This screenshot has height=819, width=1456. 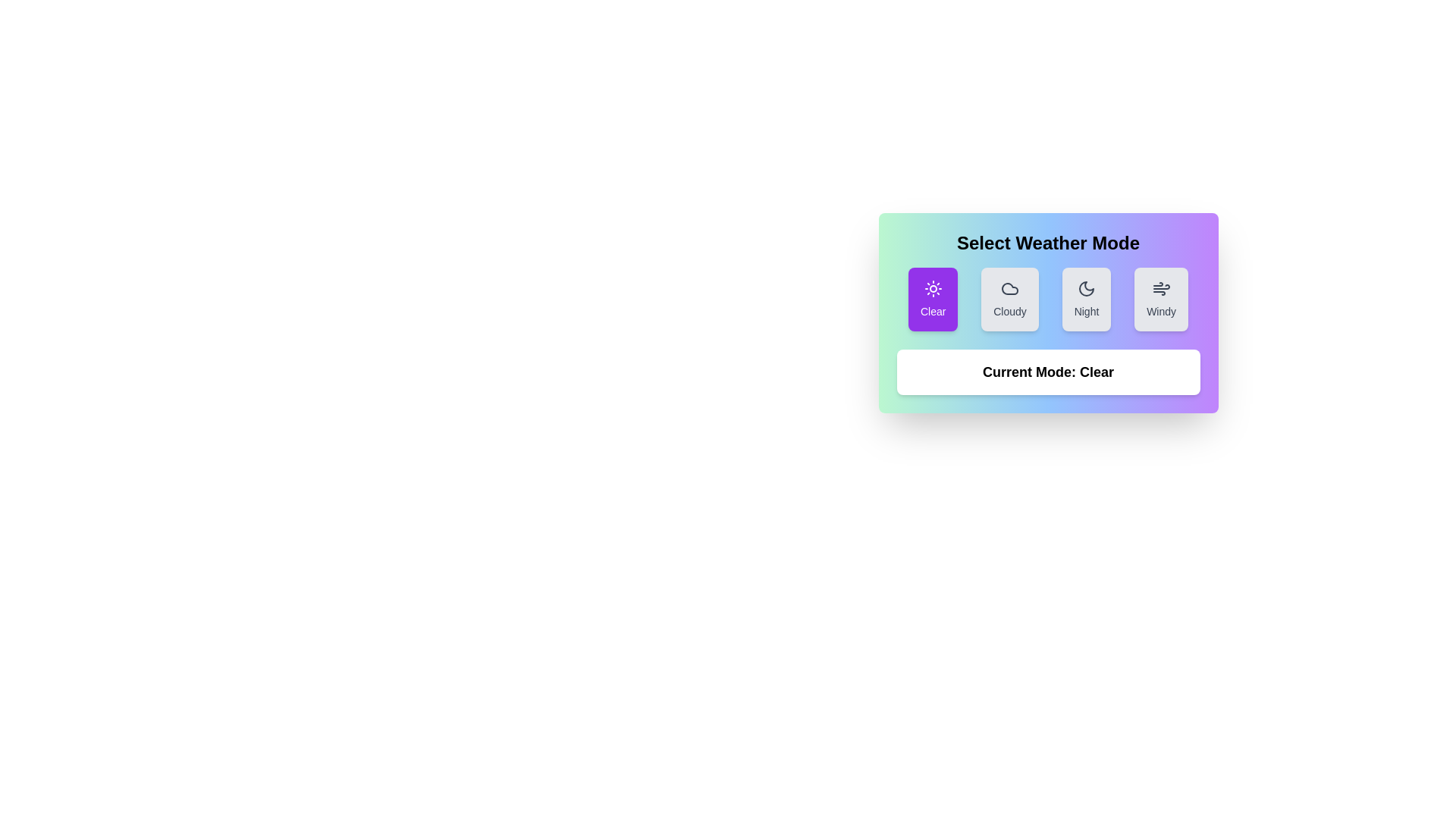 What do you see at coordinates (1009, 299) in the screenshot?
I see `the button labeled 'Cloudy', which is a rectangular button with rounded corners and a light gray background, to set the weather mode to Cloudy` at bounding box center [1009, 299].